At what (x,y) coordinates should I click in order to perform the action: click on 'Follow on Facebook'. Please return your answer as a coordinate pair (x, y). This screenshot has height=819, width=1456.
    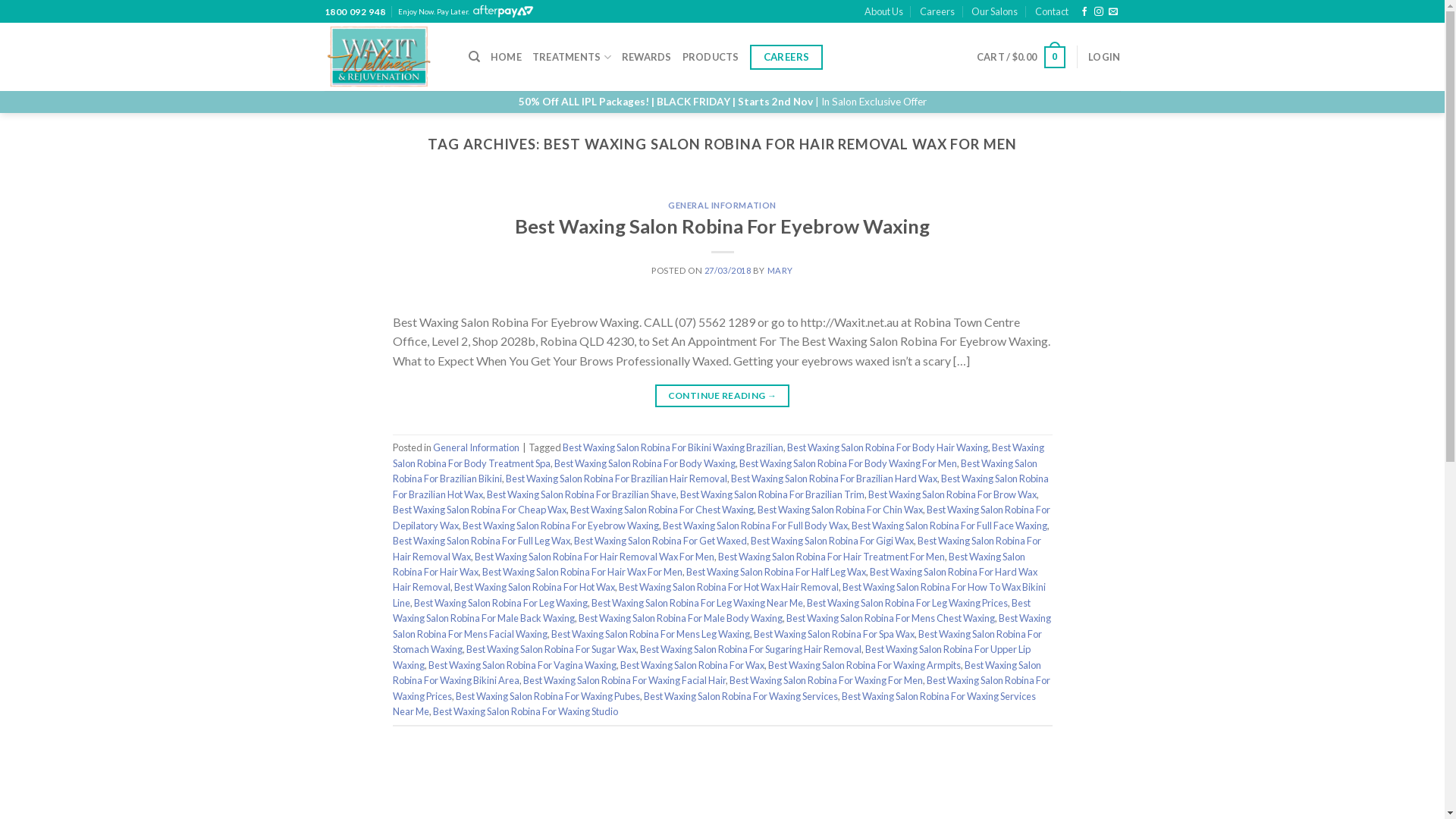
    Looking at the image, I should click on (1084, 11).